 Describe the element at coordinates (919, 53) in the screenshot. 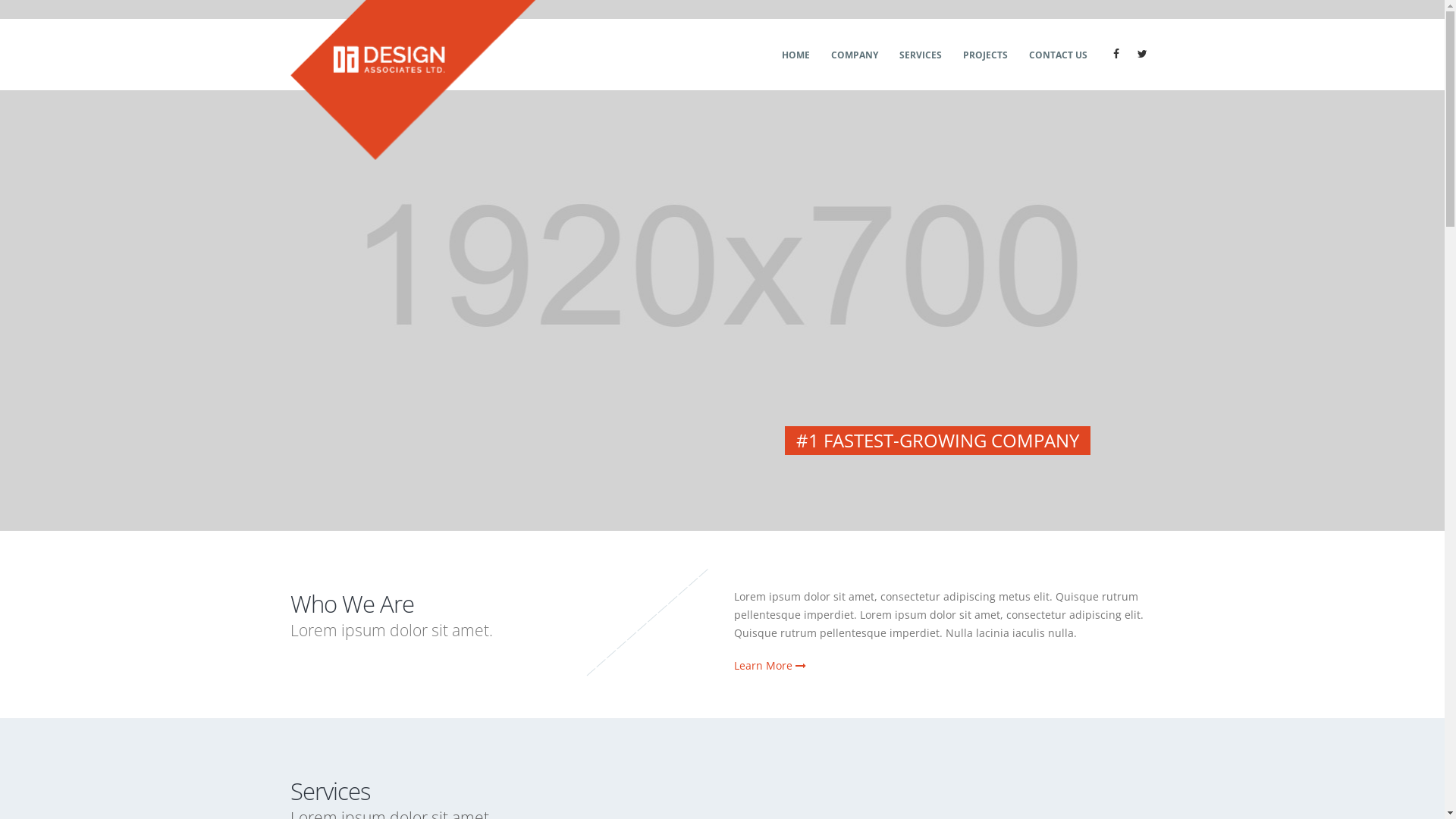

I see `'SERVICES'` at that location.